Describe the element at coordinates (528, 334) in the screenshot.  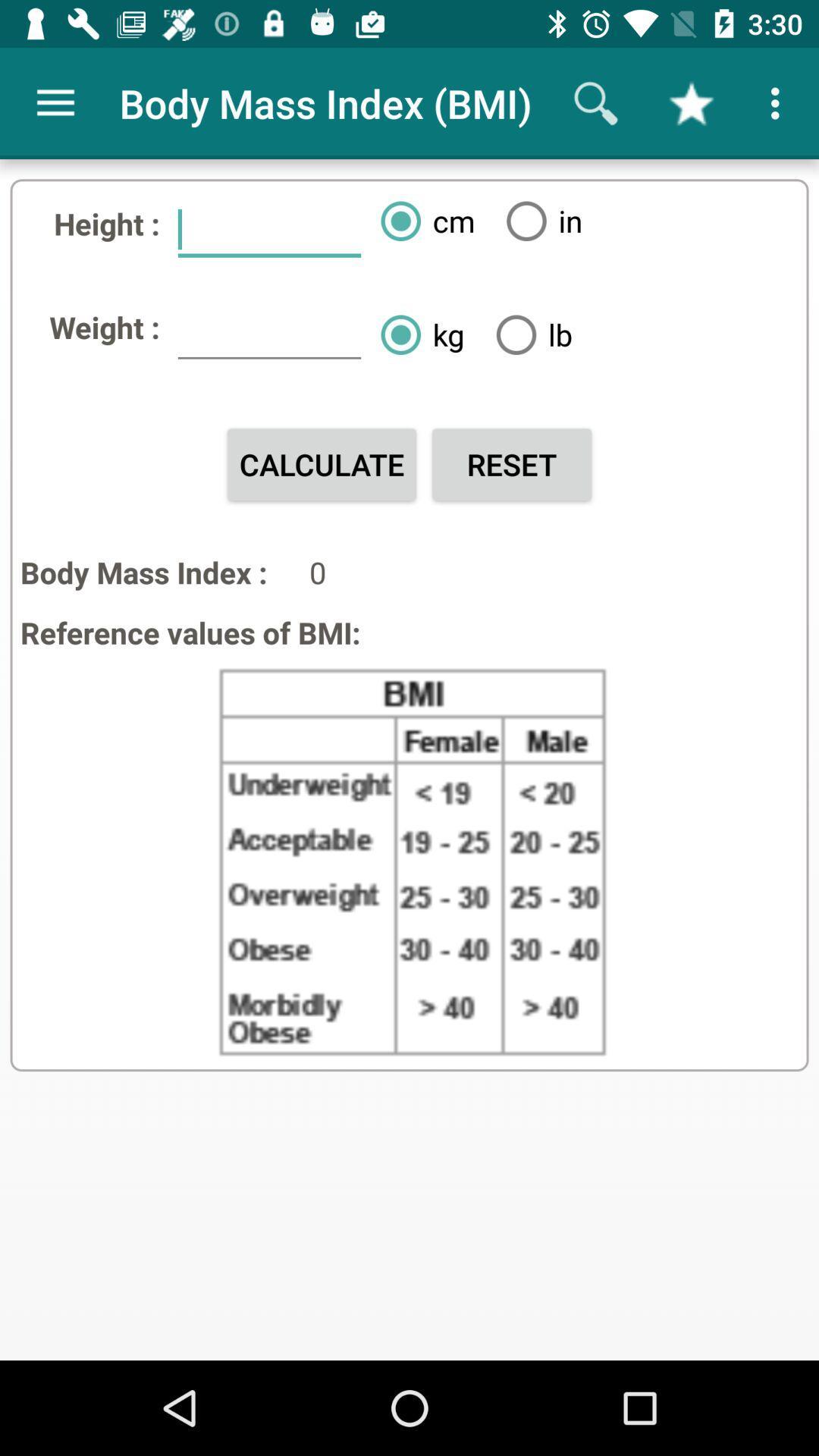
I see `the icon above reset icon` at that location.